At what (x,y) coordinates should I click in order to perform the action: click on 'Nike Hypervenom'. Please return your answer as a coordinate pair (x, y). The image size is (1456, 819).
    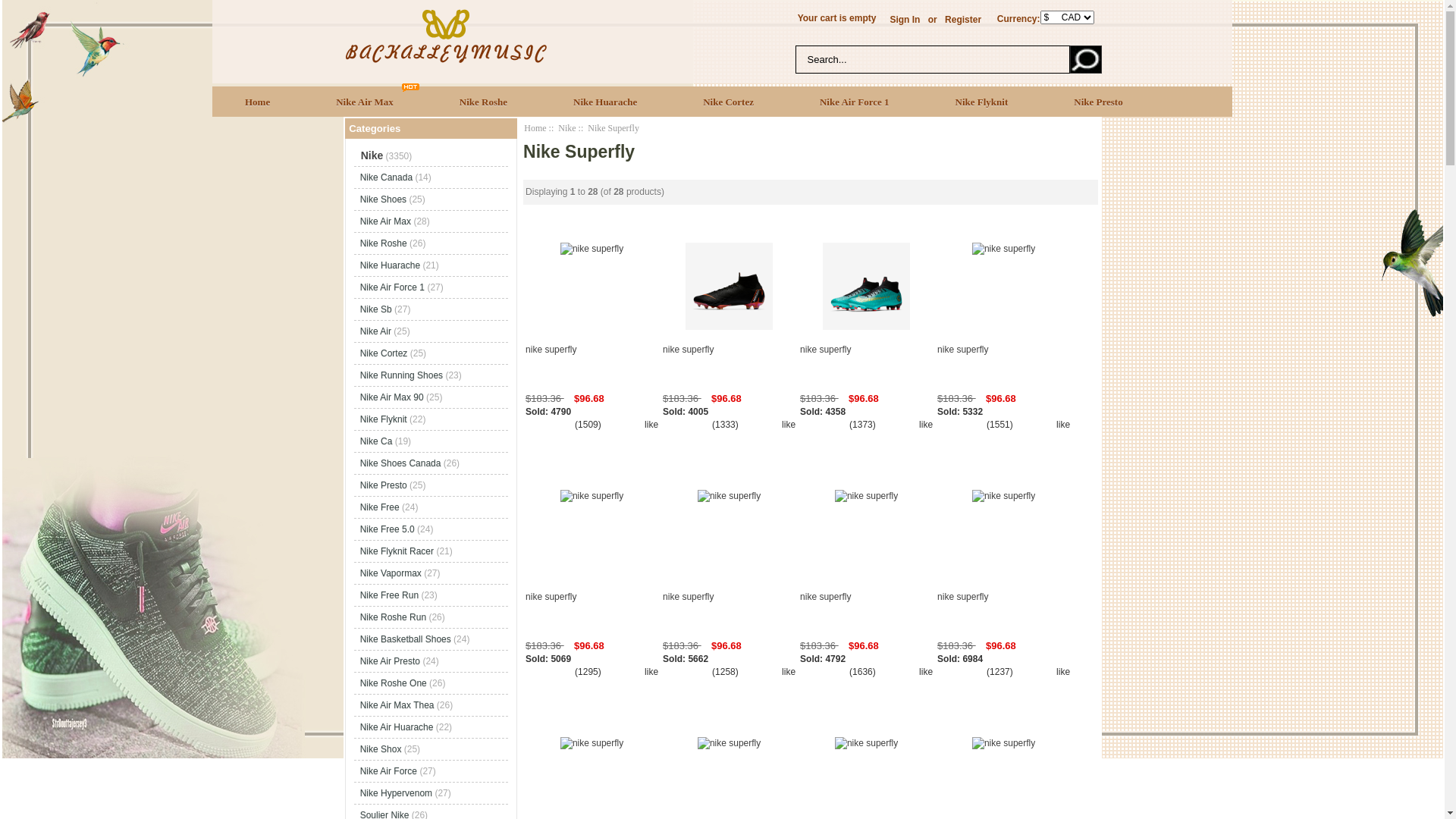
    Looking at the image, I should click on (359, 792).